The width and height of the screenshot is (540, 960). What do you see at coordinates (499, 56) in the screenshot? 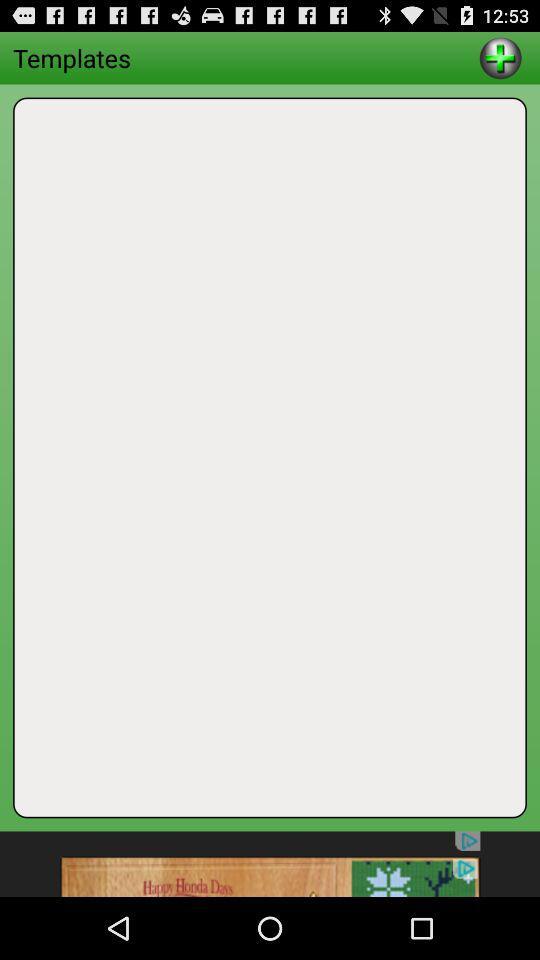
I see `template` at bounding box center [499, 56].